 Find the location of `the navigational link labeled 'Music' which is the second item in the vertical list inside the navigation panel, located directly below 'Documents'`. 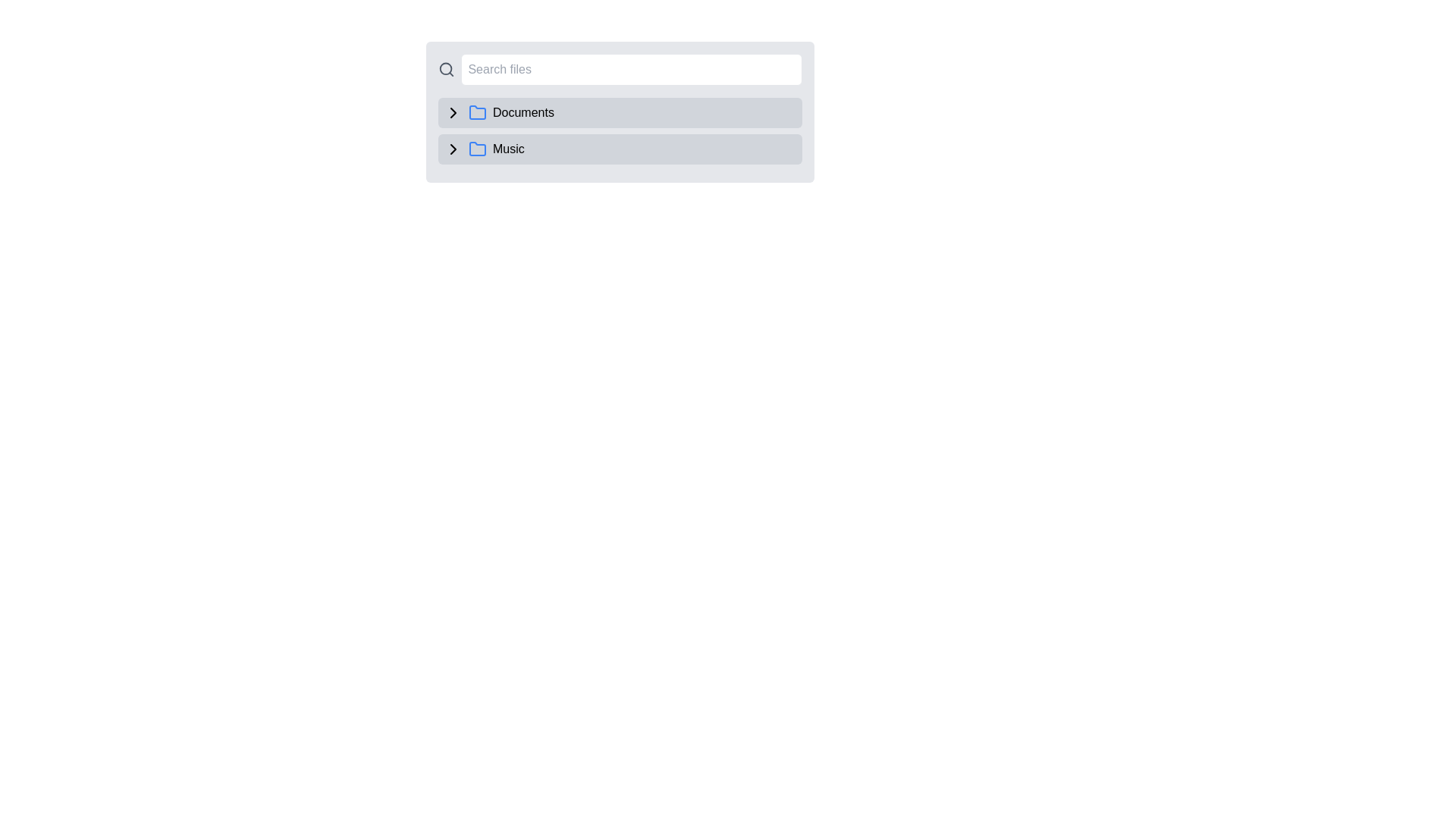

the navigational link labeled 'Music' which is the second item in the vertical list inside the navigation panel, located directly below 'Documents' is located at coordinates (620, 149).